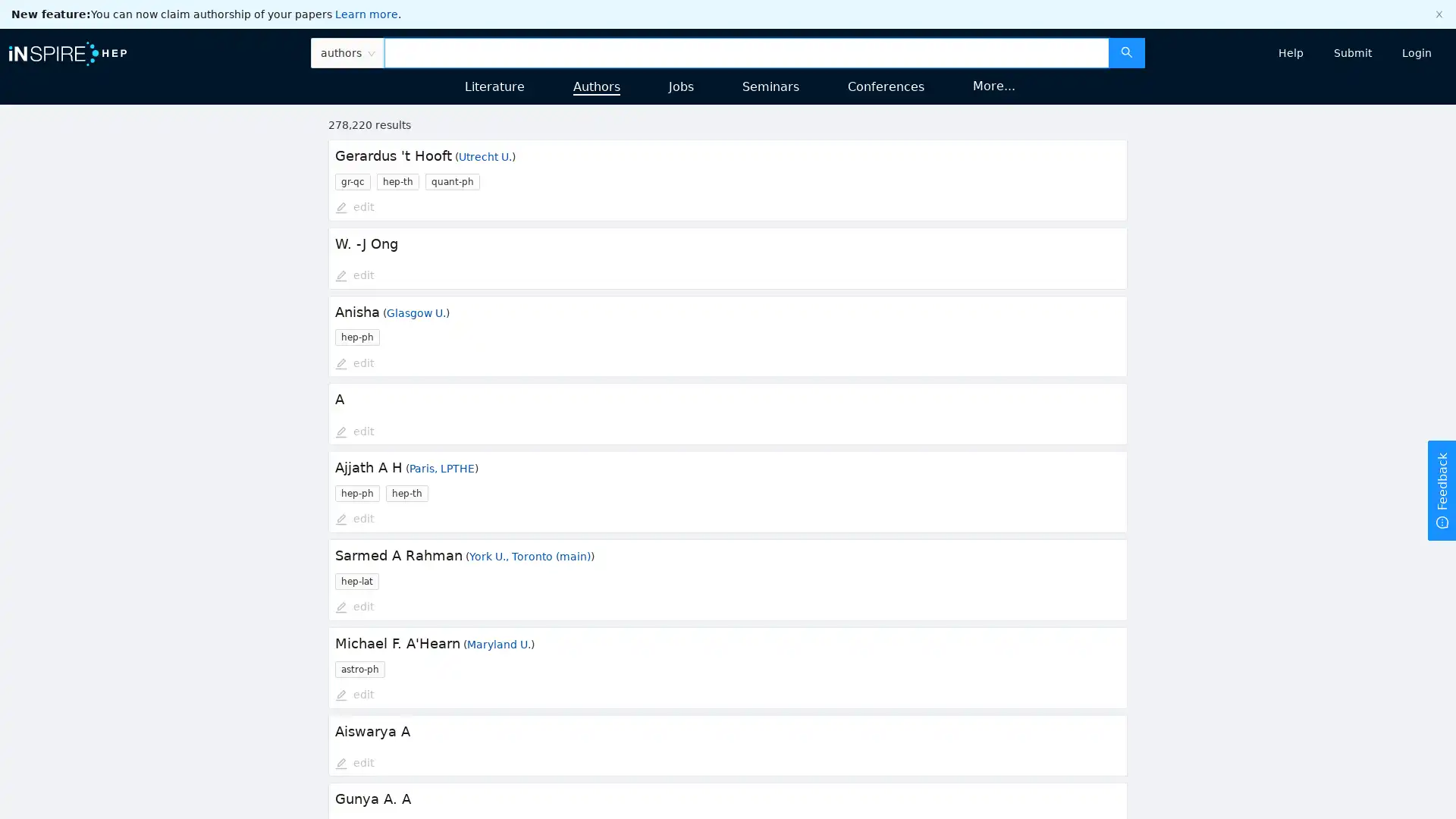 This screenshot has width=1456, height=819. I want to click on edit edit, so click(353, 763).